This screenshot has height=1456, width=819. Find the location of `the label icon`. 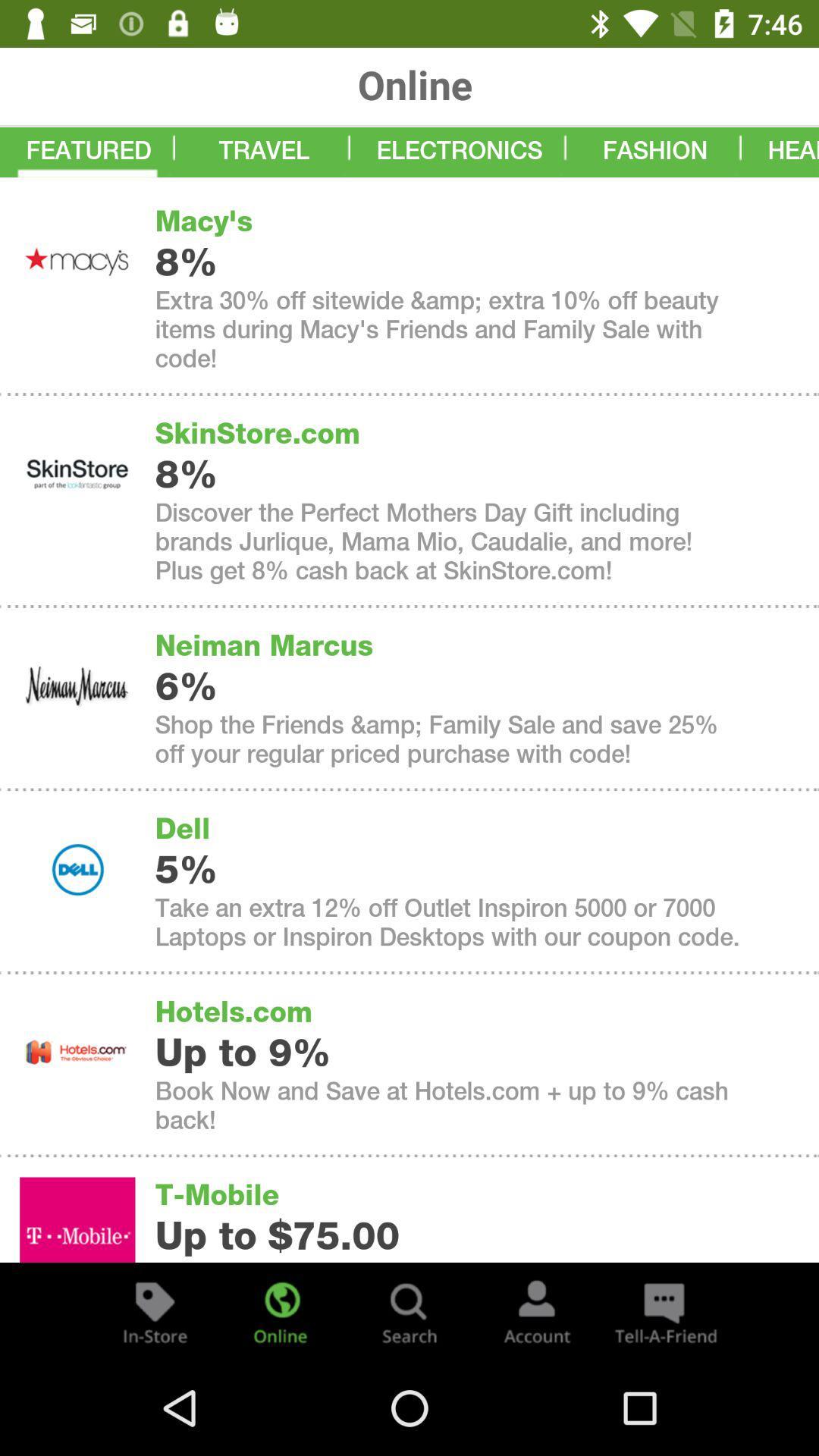

the label icon is located at coordinates (155, 1310).